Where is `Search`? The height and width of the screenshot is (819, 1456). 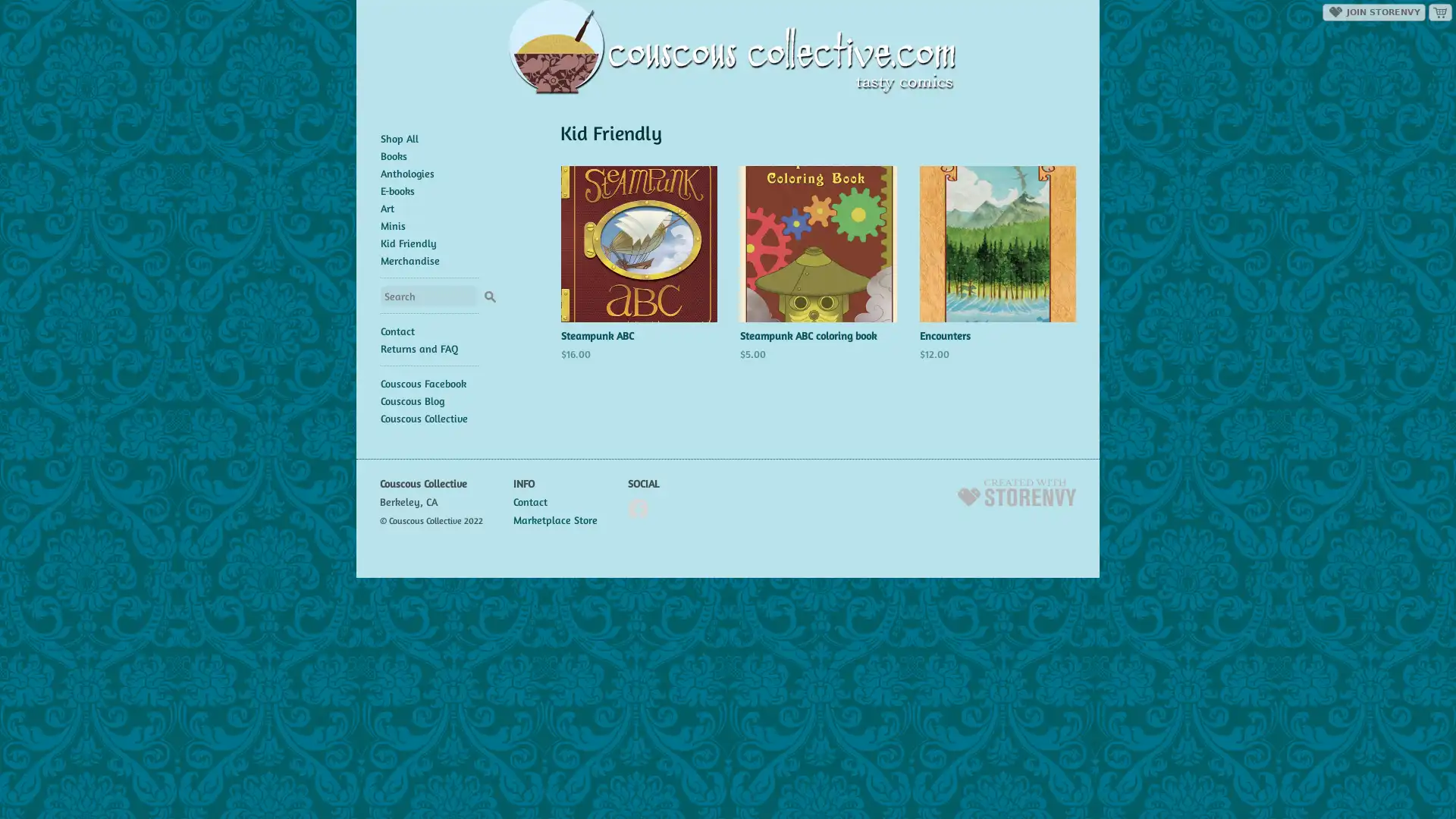 Search is located at coordinates (489, 294).